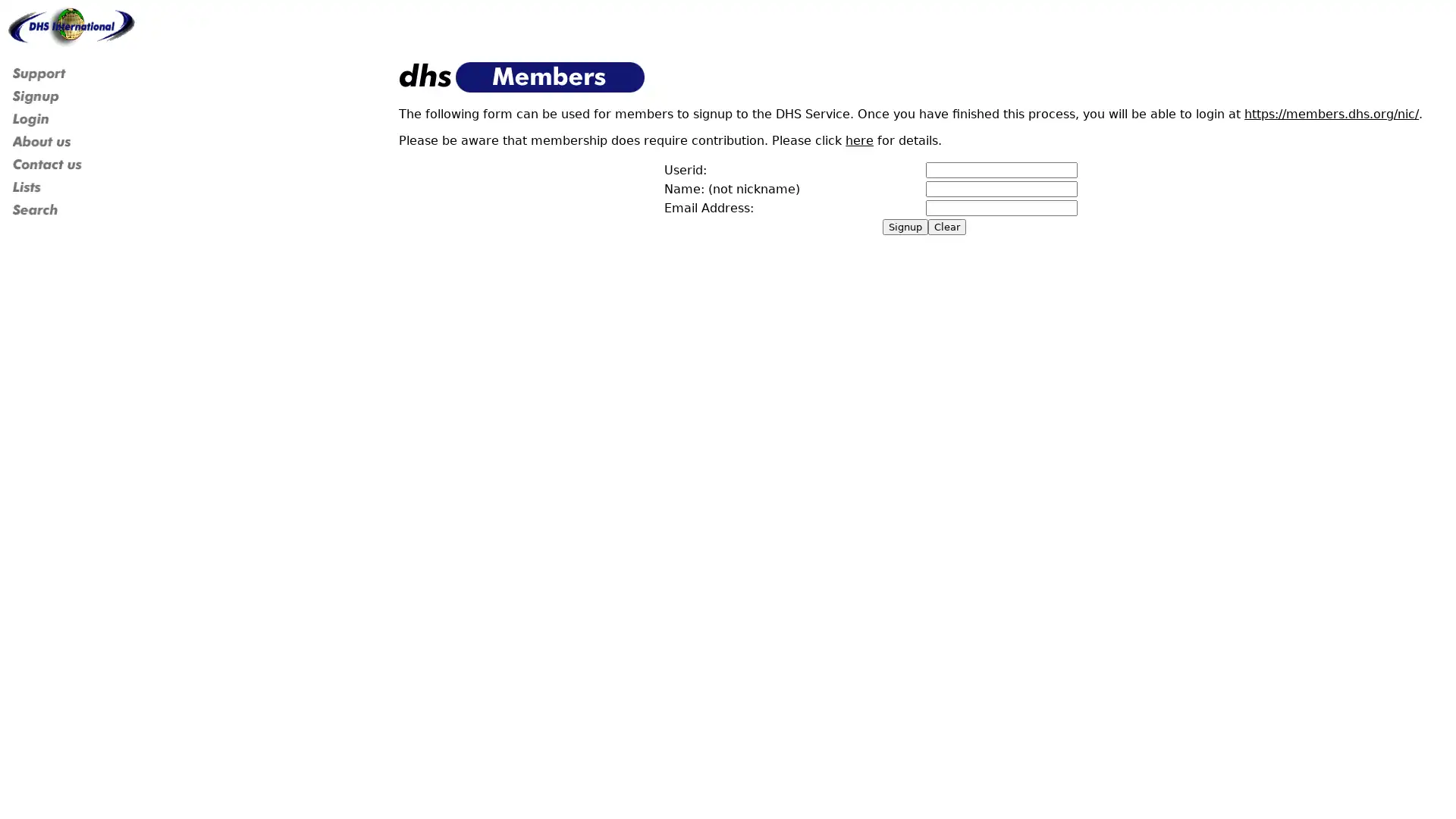 The height and width of the screenshot is (819, 1456). I want to click on Clear, so click(946, 227).